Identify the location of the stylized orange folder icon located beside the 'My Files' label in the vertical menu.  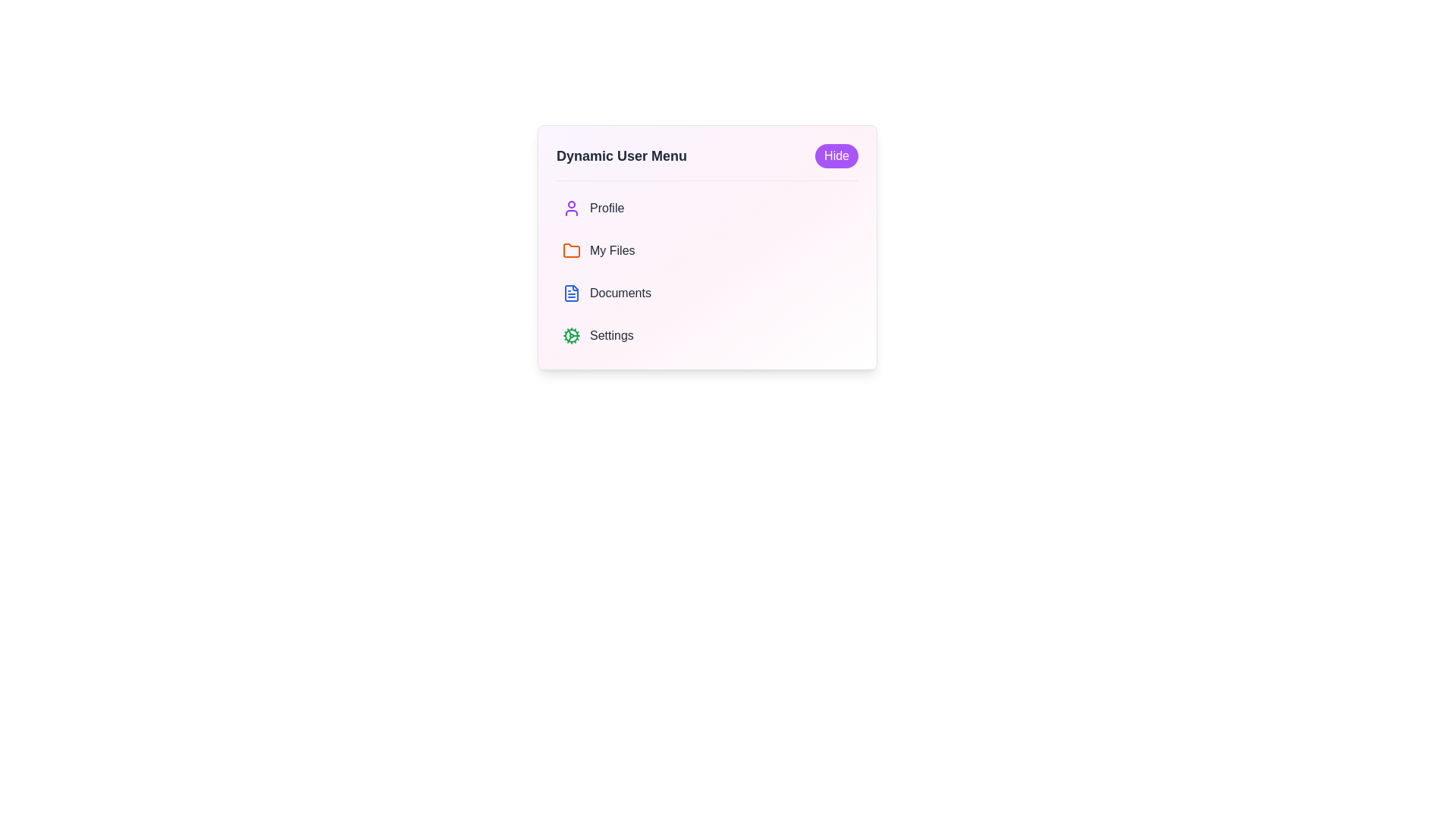
(570, 249).